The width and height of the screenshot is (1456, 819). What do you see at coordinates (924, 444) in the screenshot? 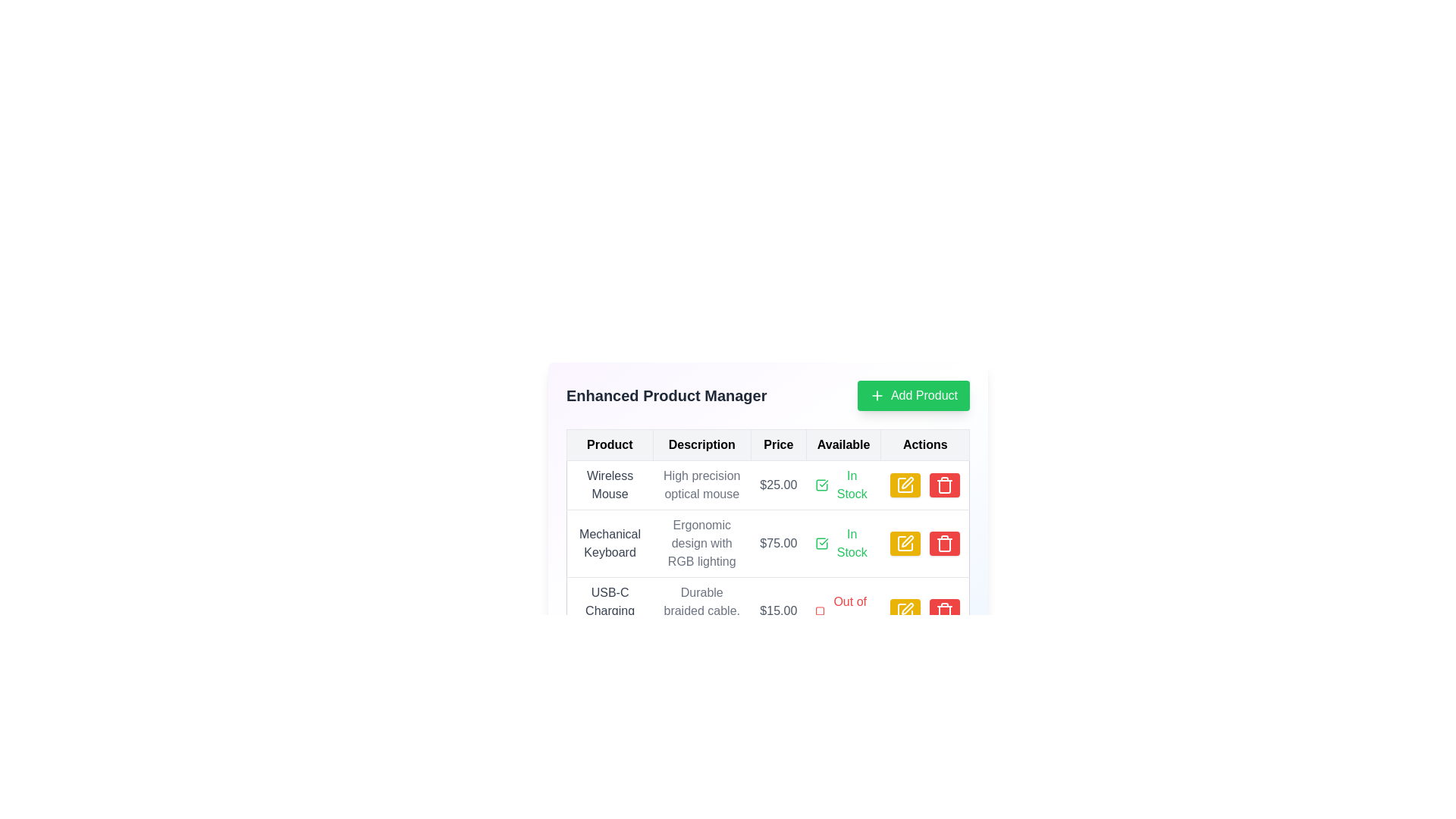
I see `the 'Actions' Table Header Label, which is the fifth label in a horizontal row, displayed in bold black font within a gray rectangle` at bounding box center [924, 444].